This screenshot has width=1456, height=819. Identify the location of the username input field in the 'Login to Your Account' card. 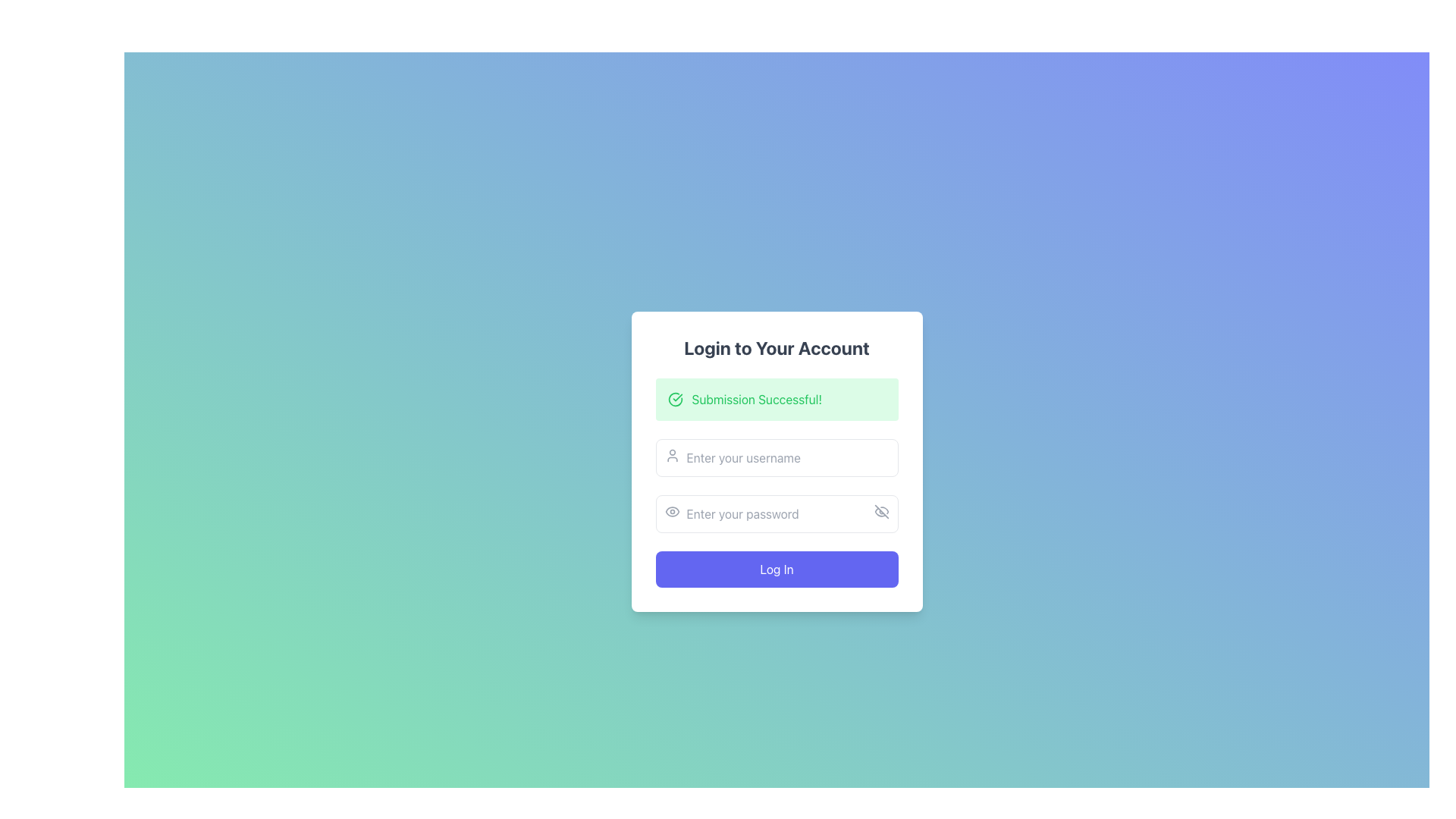
(777, 461).